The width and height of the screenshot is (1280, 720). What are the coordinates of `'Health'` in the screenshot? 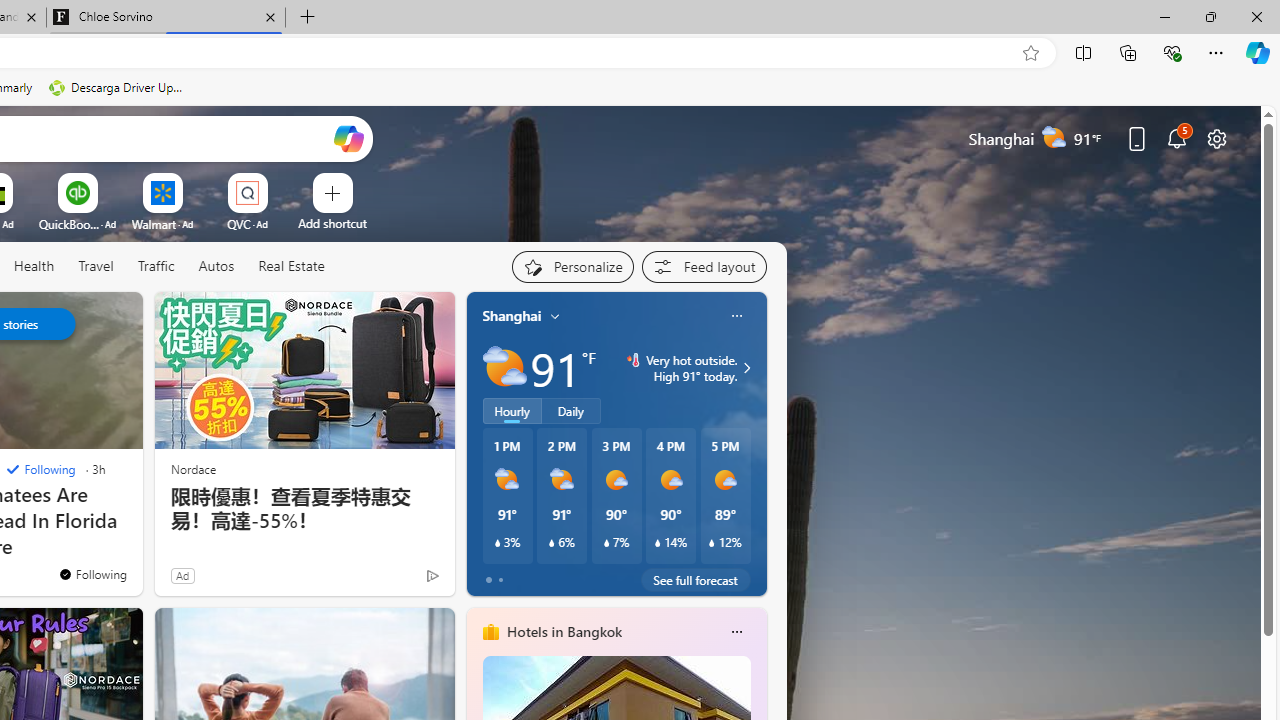 It's located at (33, 266).